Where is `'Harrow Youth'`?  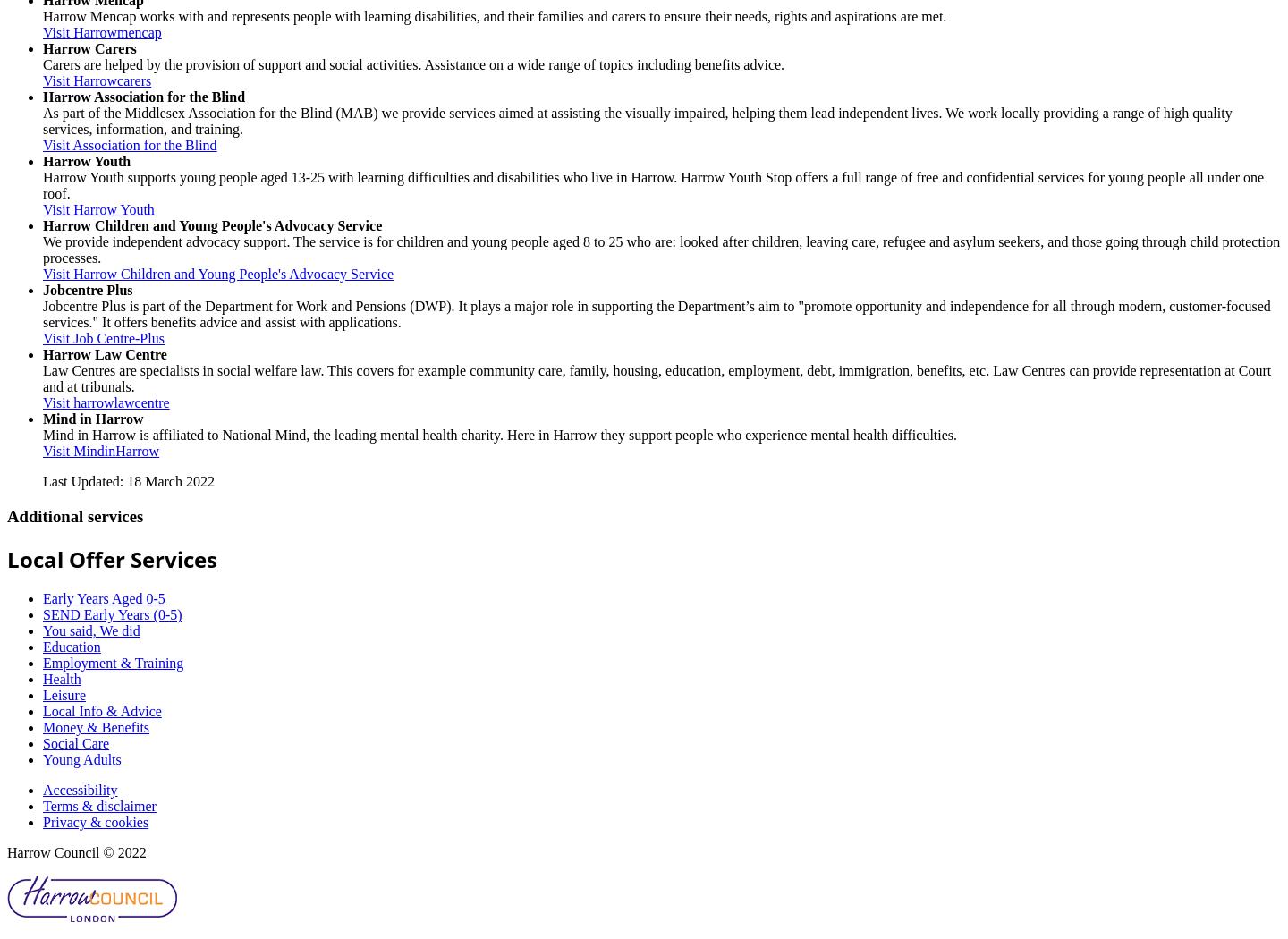
'Harrow Youth' is located at coordinates (87, 160).